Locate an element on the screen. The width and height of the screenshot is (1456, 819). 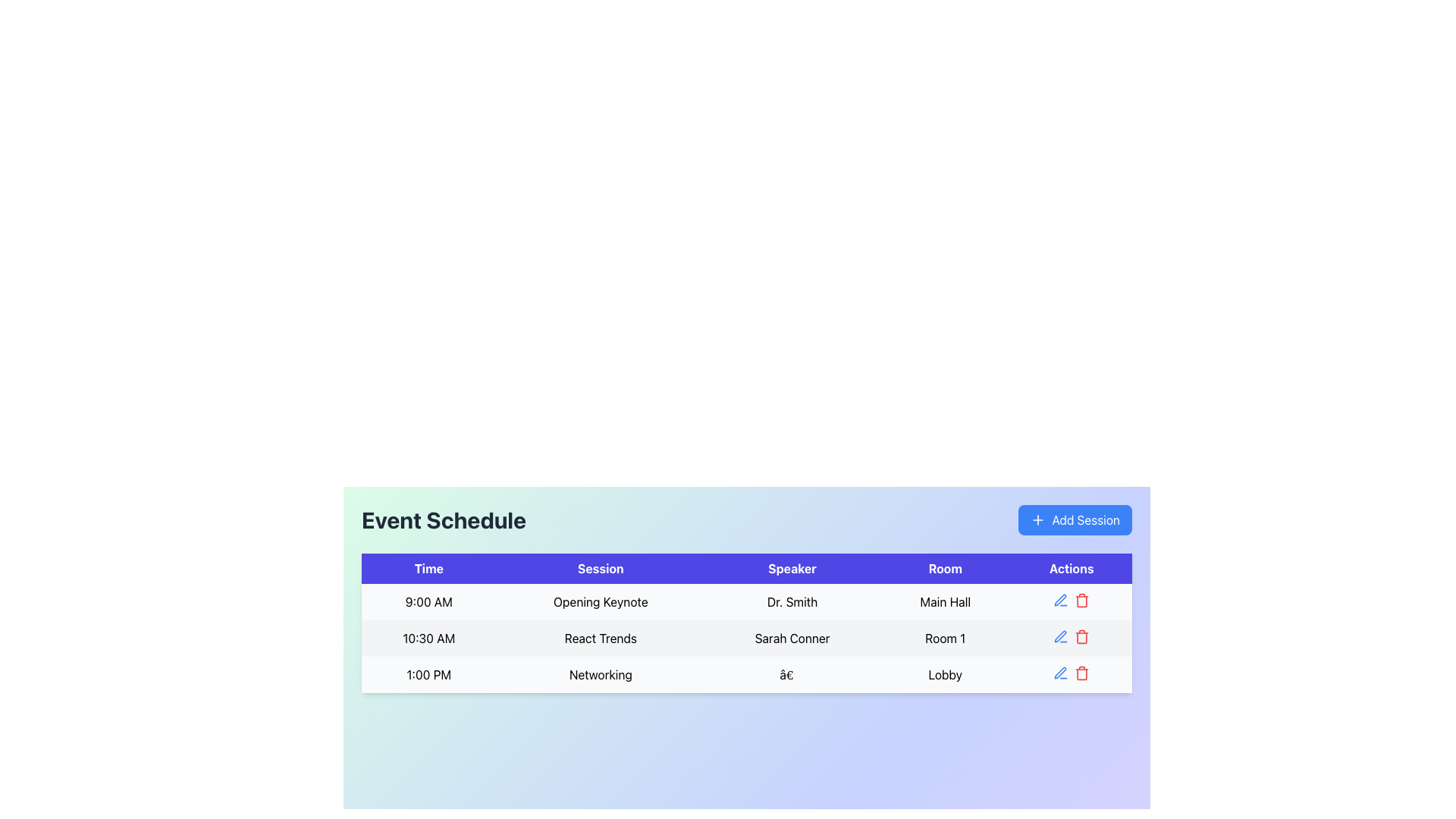
the static text element that serves as the column header for time-related data, located on the far-left side of the header row containing five buttons is located at coordinates (428, 568).